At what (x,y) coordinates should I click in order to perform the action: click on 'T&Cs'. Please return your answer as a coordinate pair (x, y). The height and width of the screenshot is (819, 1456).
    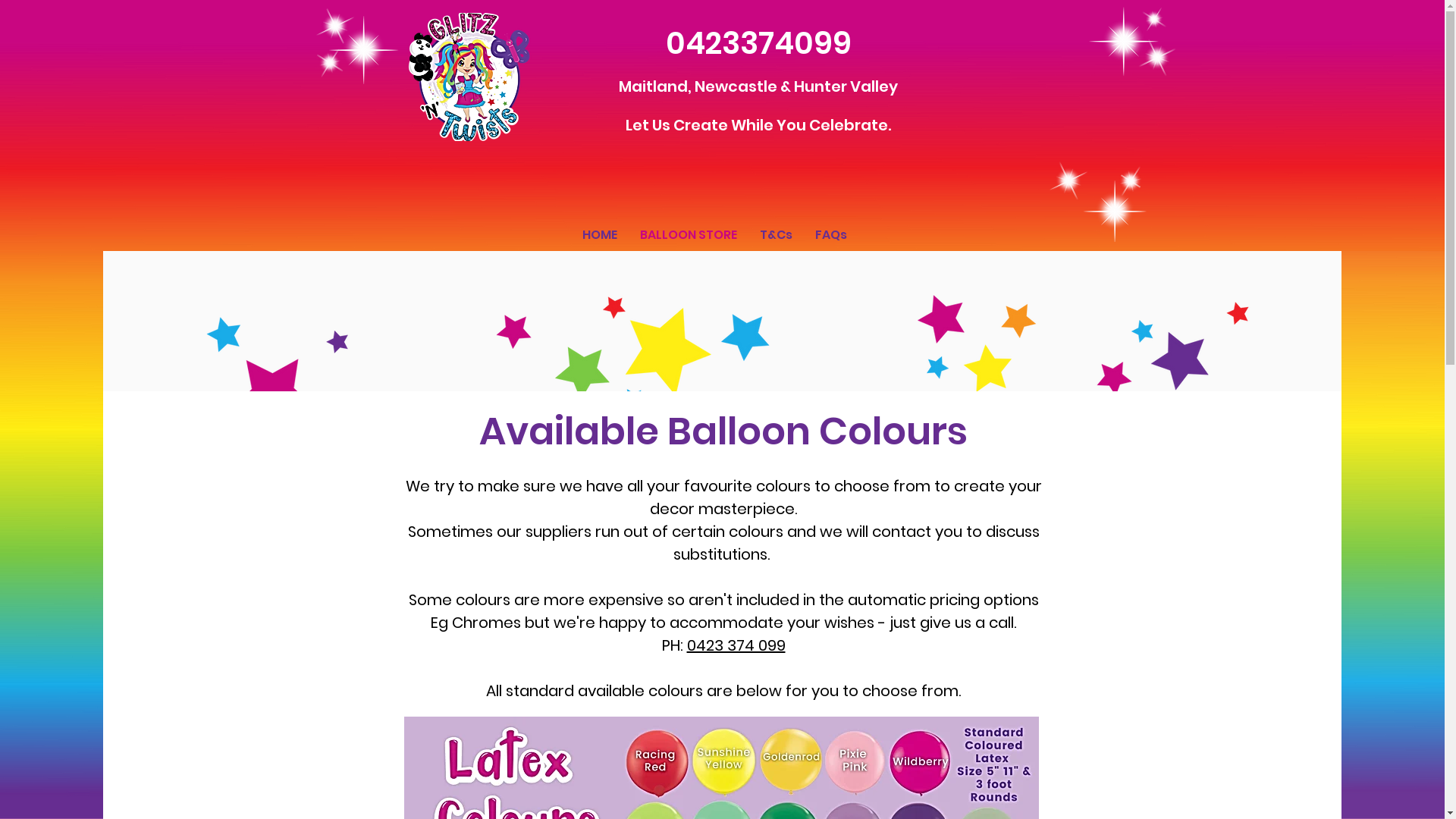
    Looking at the image, I should click on (775, 234).